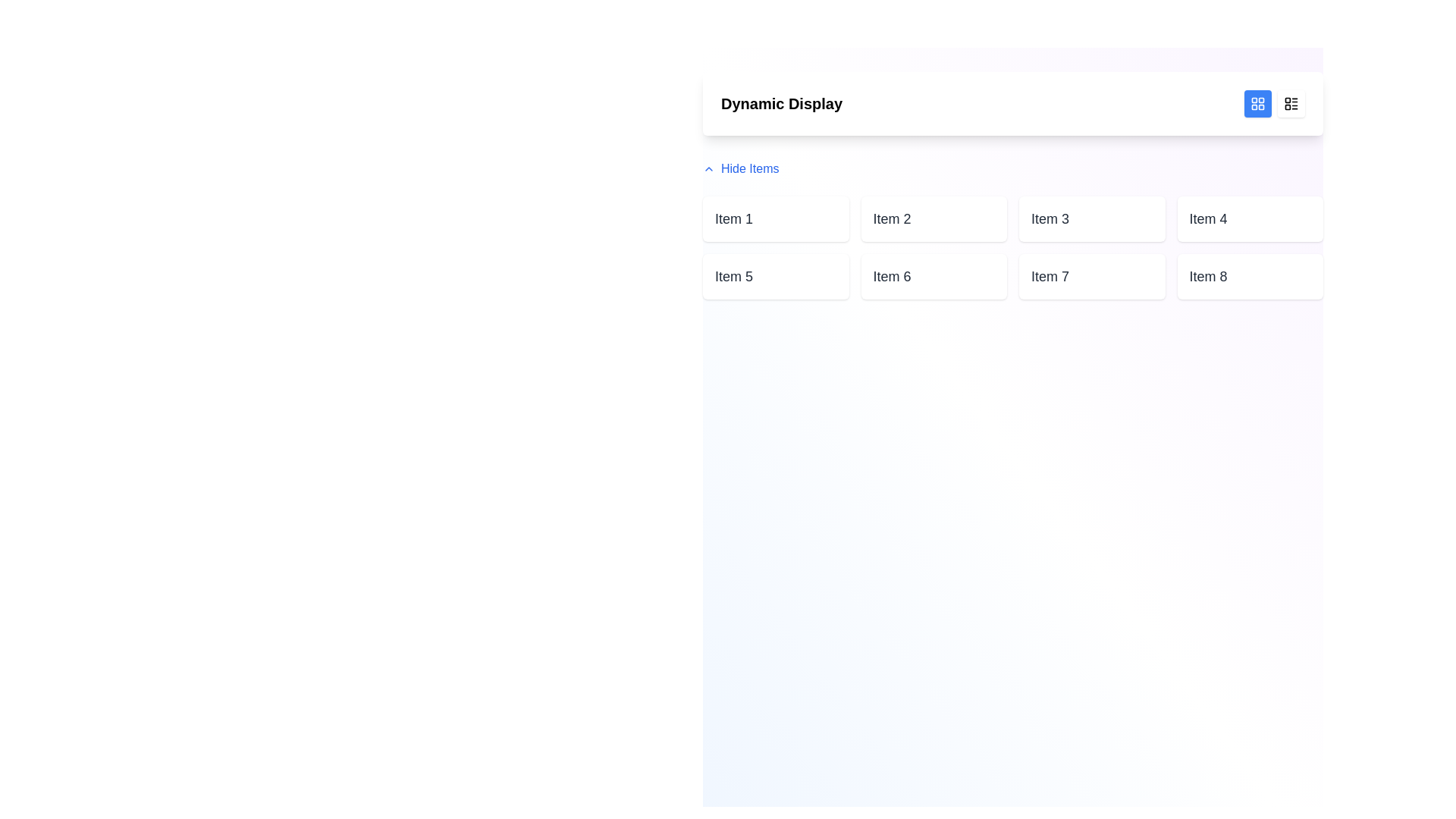 This screenshot has width=1456, height=819. I want to click on the grid layout icon located in the top-right corner of the interface, which is styled with a blue background and comprises a 2x2 arrangement of small squares with rounded edges, so click(1258, 103).